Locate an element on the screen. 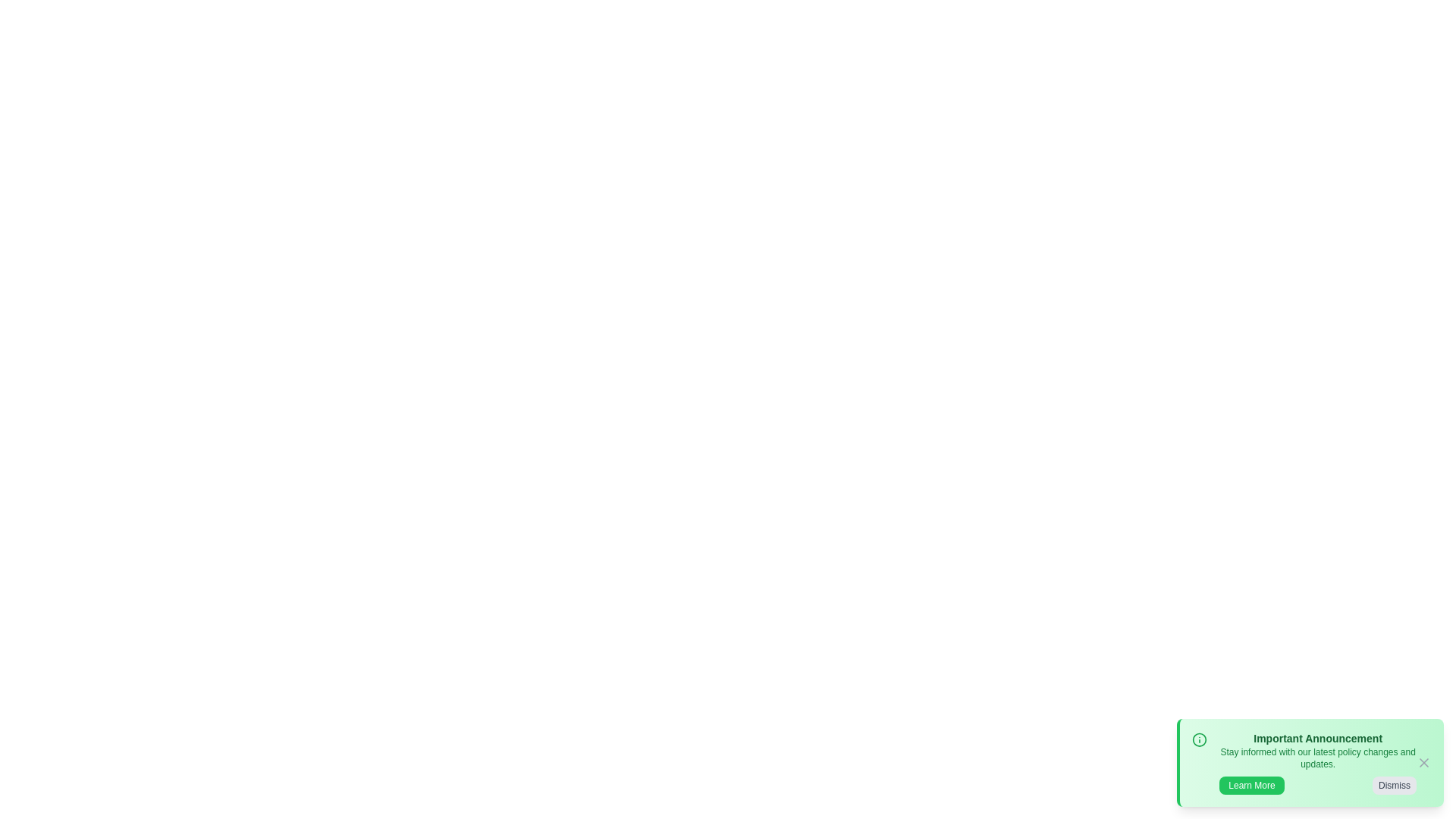 The image size is (1456, 819). the 'Dismiss' button to hide the announcement is located at coordinates (1394, 785).